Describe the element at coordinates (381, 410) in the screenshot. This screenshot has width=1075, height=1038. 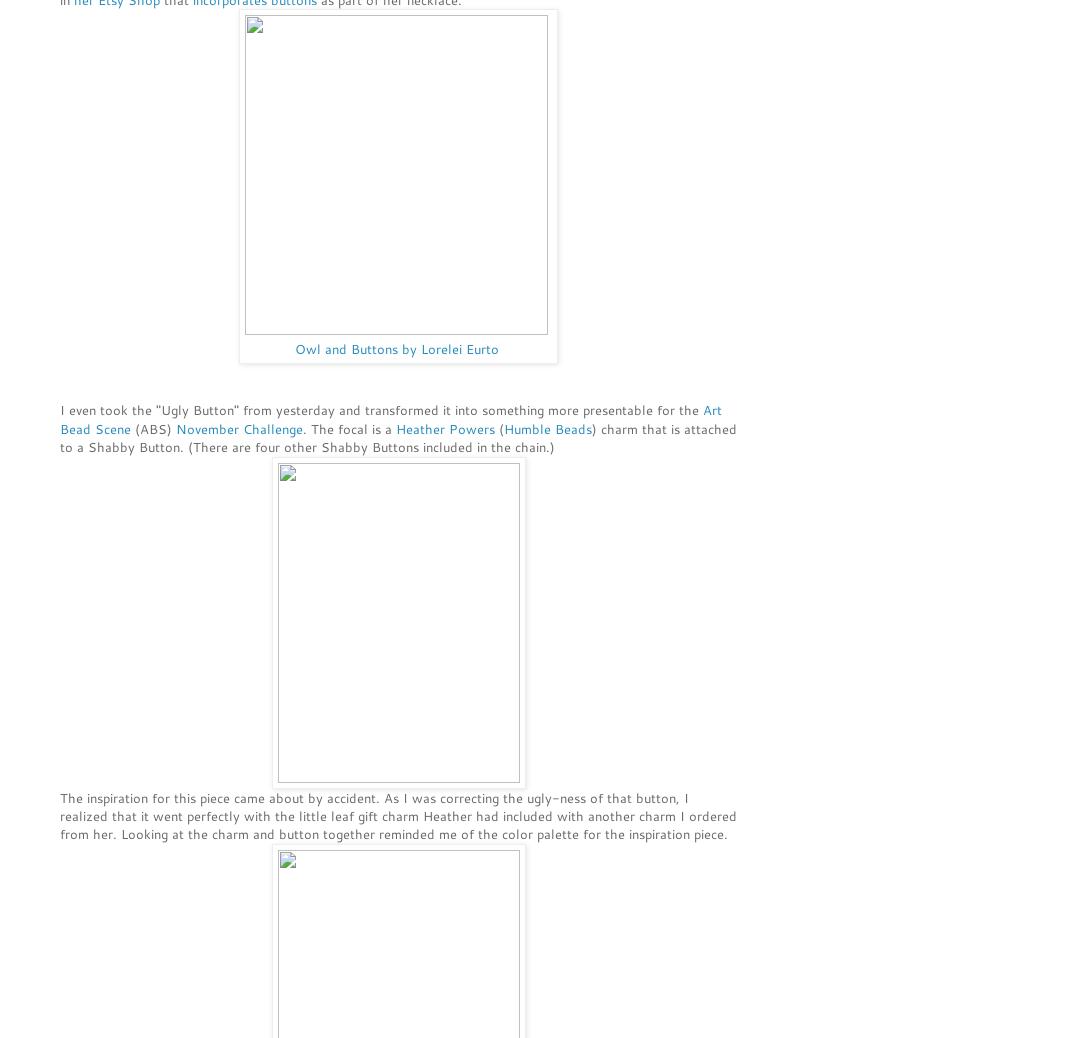
I see `'I even took the "Ugly Button" from yesterday and transformed it into something more presentable for the'` at that location.